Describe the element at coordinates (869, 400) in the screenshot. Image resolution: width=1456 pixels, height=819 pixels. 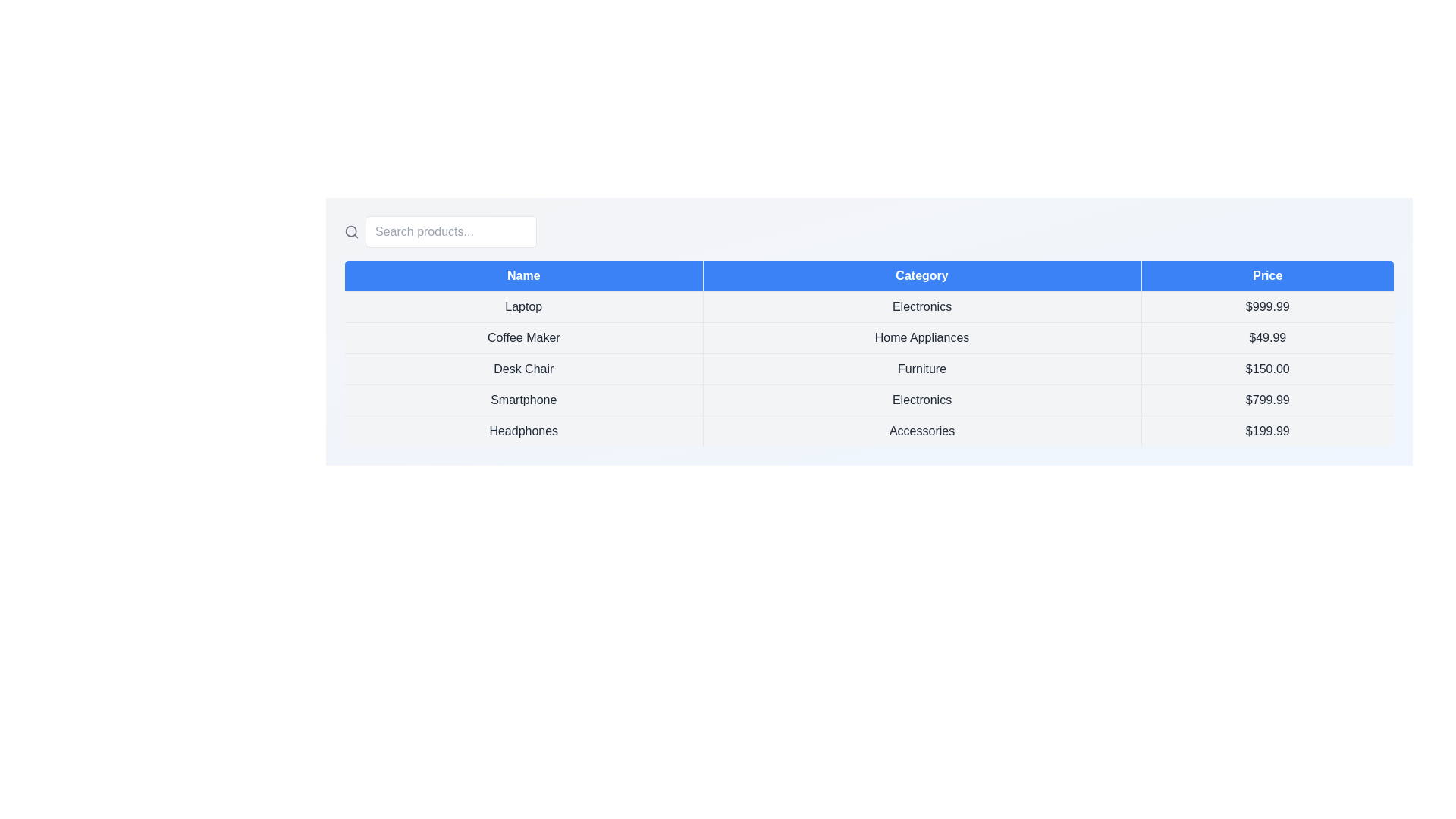
I see `the table row displaying the product 'Smartphone' with category 'Electronics' and price '$799.99', which is located as the fourth row in the table` at that location.